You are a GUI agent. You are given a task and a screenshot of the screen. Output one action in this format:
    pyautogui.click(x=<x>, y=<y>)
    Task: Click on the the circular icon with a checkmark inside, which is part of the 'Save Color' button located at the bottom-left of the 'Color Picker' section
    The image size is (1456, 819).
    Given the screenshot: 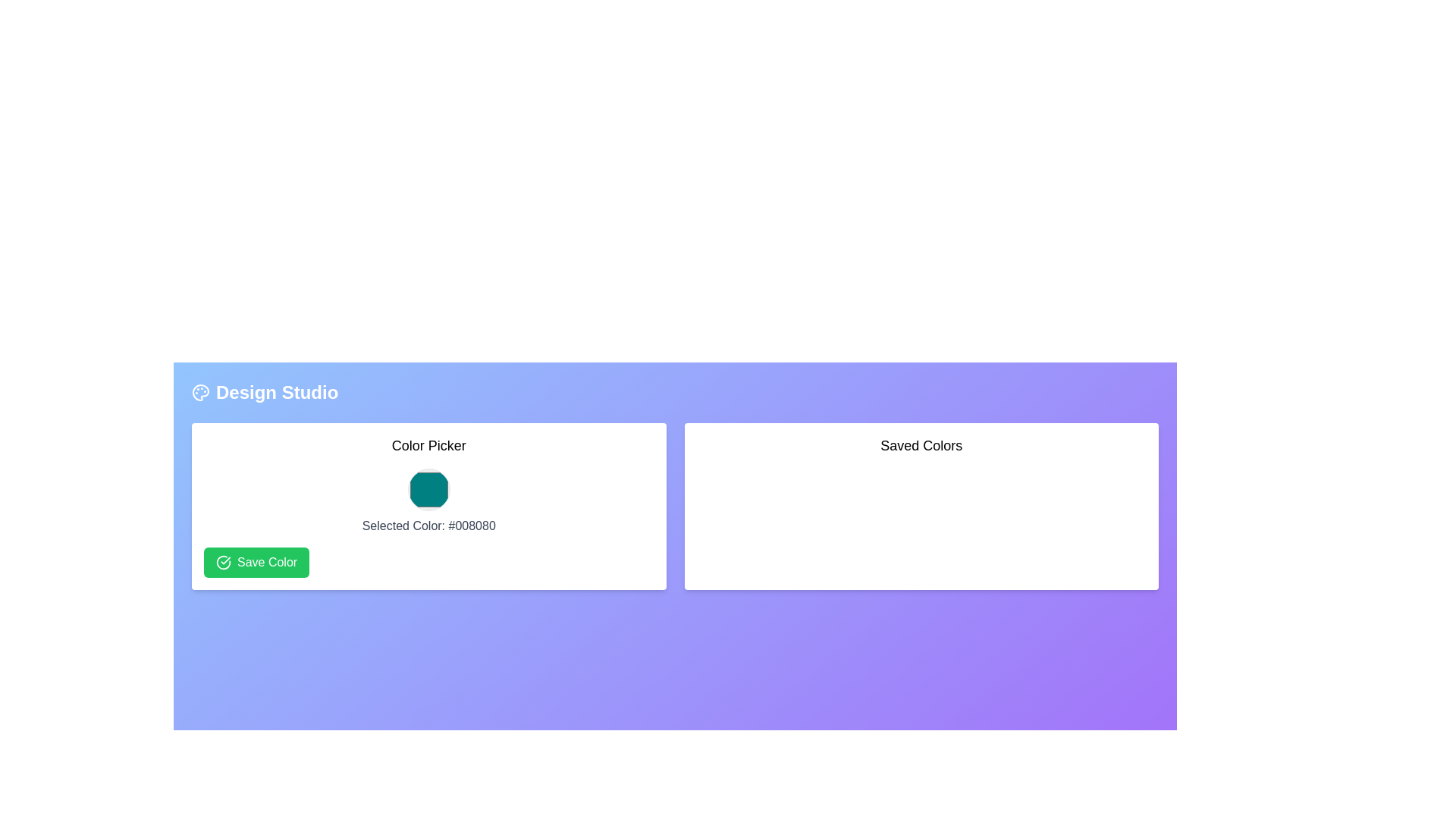 What is the action you would take?
    pyautogui.click(x=222, y=562)
    